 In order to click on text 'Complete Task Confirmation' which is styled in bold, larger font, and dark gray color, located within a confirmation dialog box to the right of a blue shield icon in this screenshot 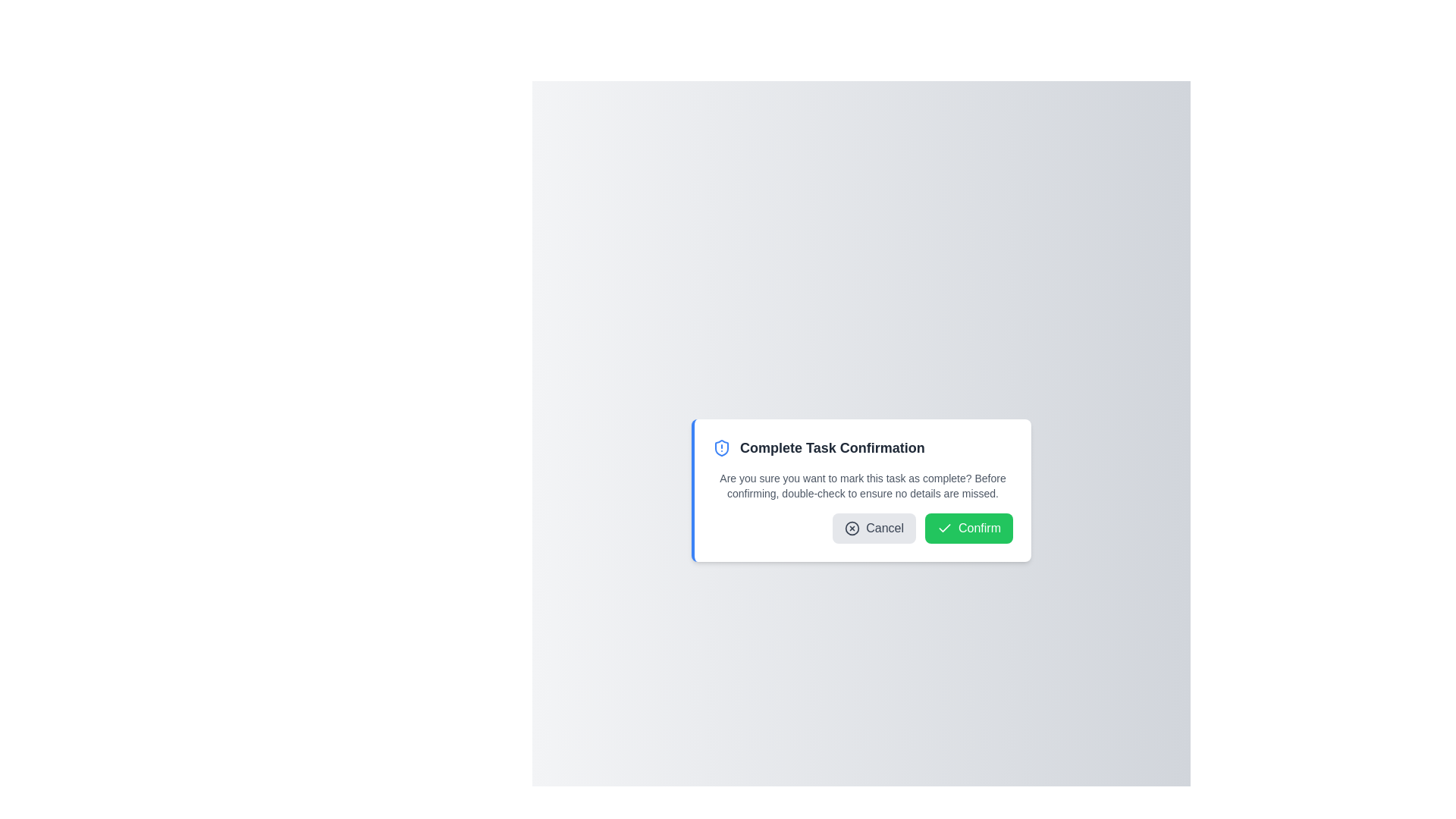, I will do `click(831, 447)`.